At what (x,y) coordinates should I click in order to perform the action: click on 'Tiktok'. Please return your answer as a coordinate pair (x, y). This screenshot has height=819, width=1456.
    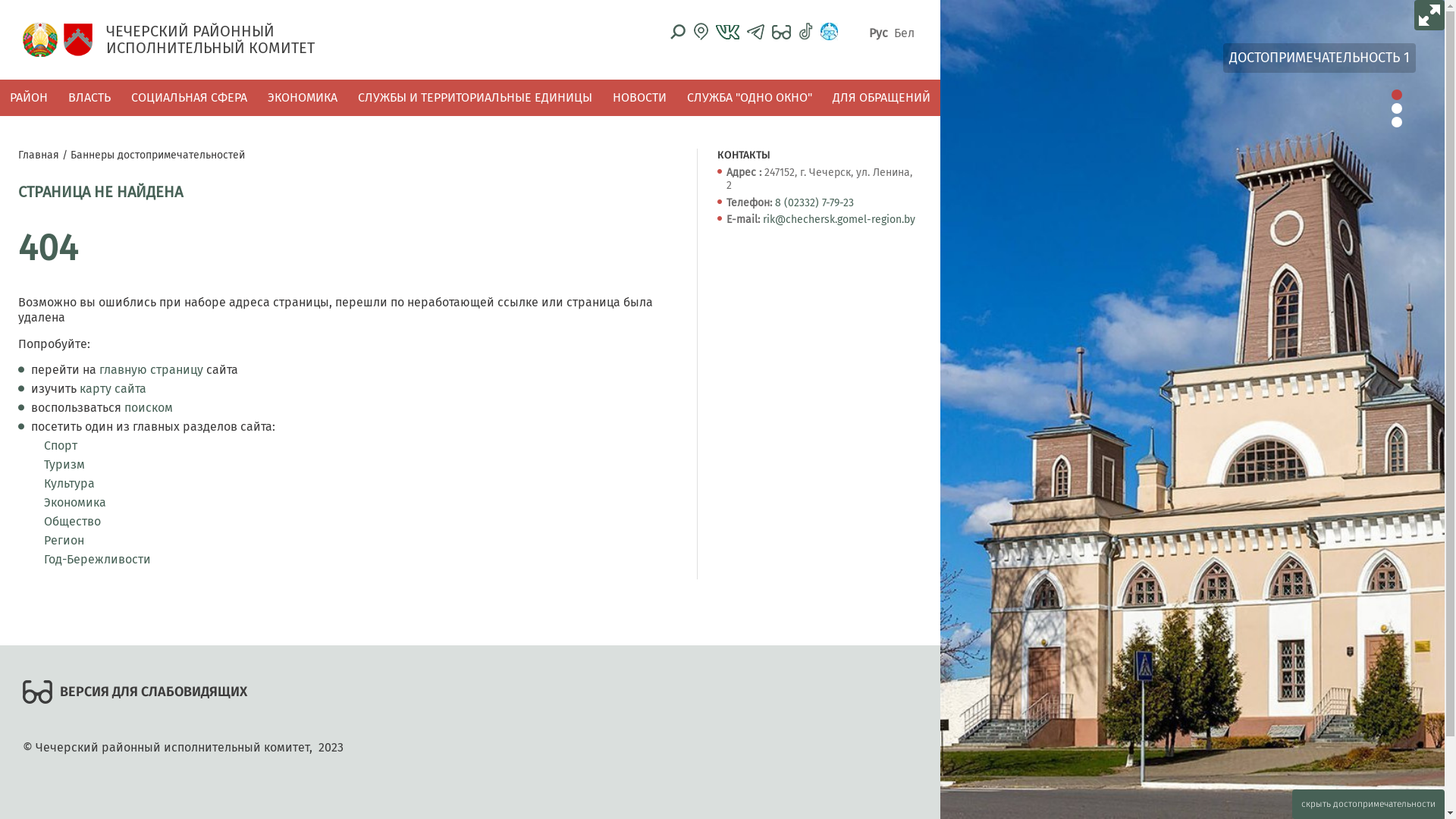
    Looking at the image, I should click on (805, 31).